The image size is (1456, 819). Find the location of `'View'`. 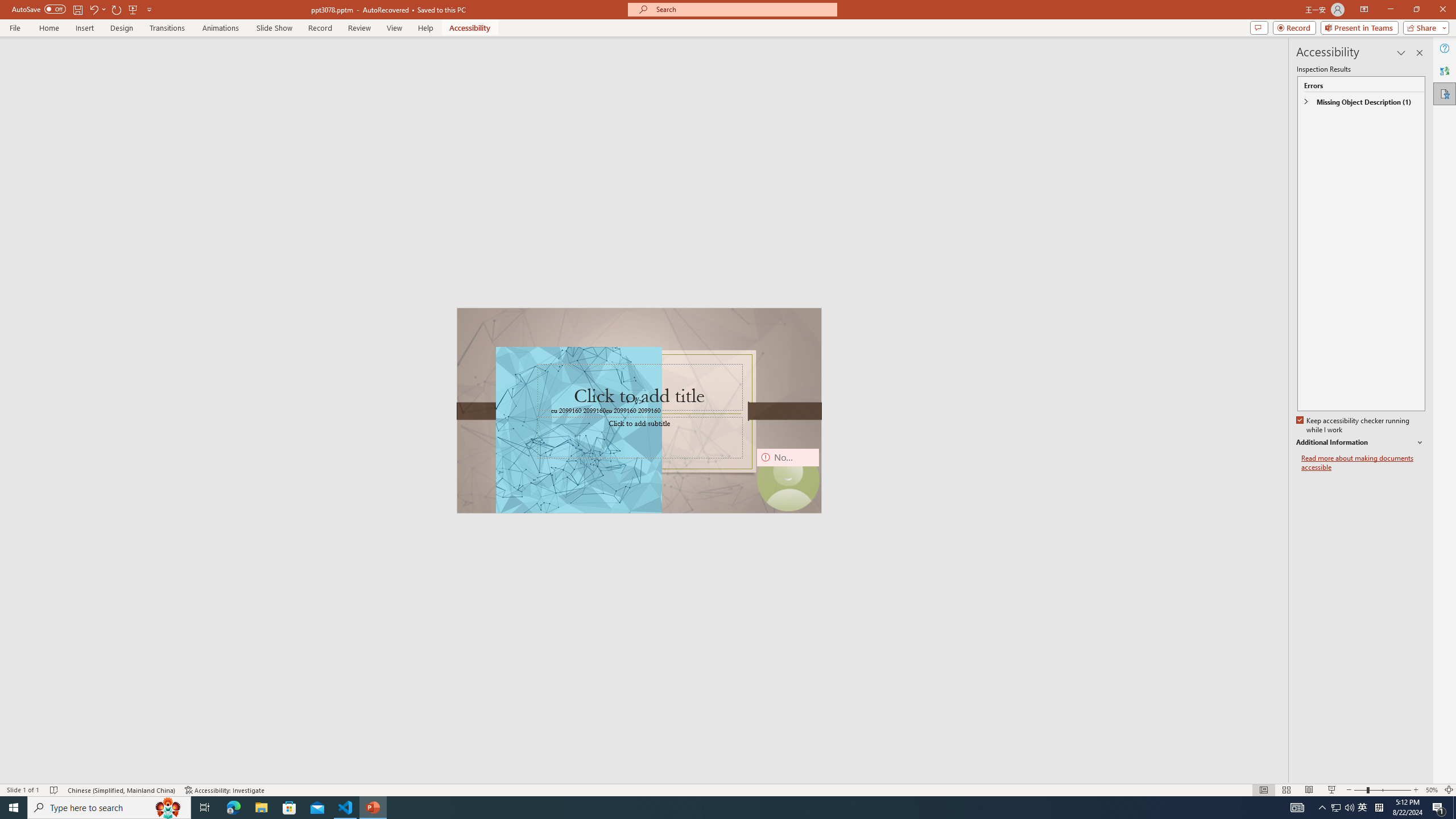

'View' is located at coordinates (395, 28).